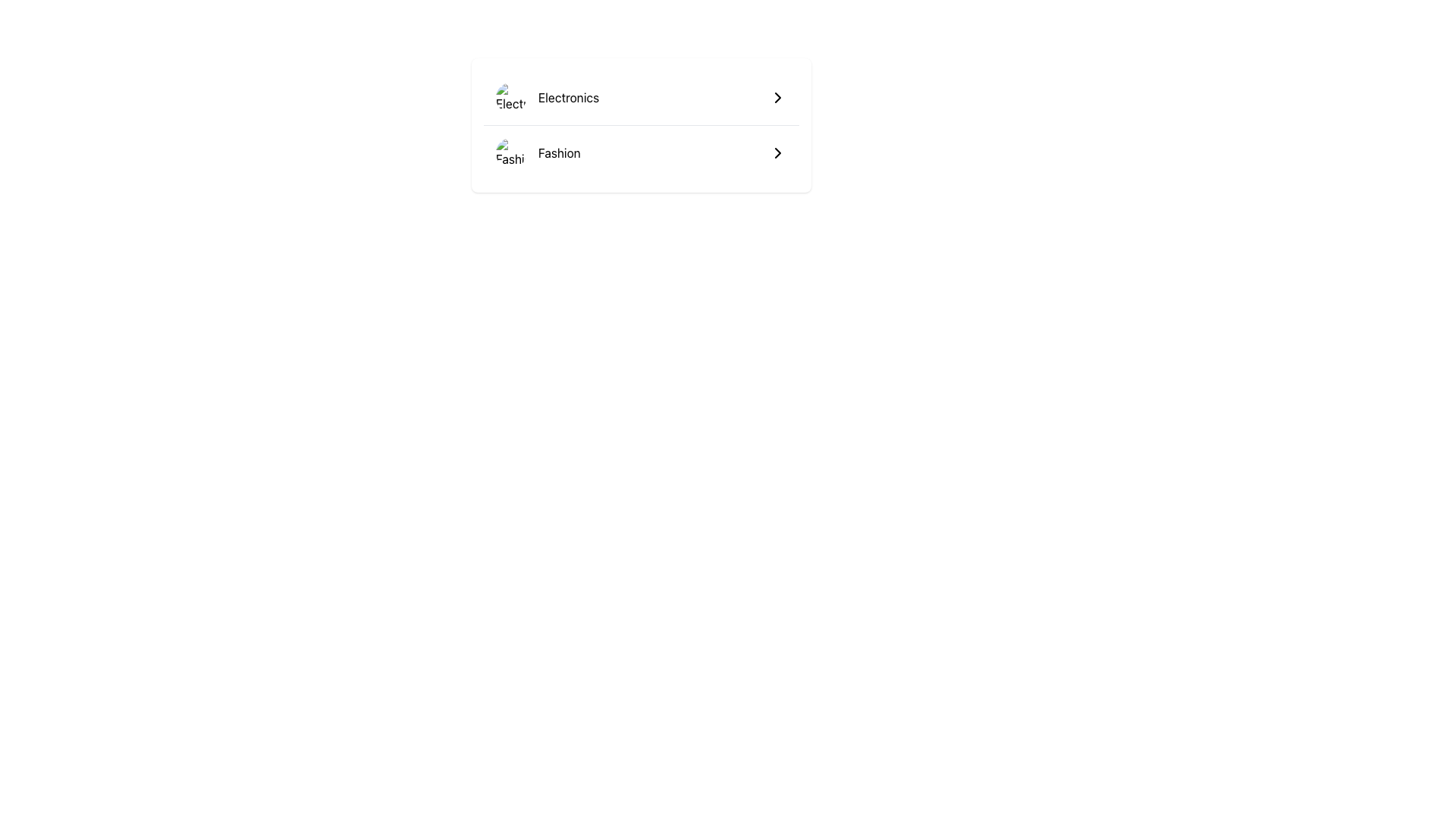  Describe the element at coordinates (641, 152) in the screenshot. I see `the 'Fashion' button in the vertical list` at that location.